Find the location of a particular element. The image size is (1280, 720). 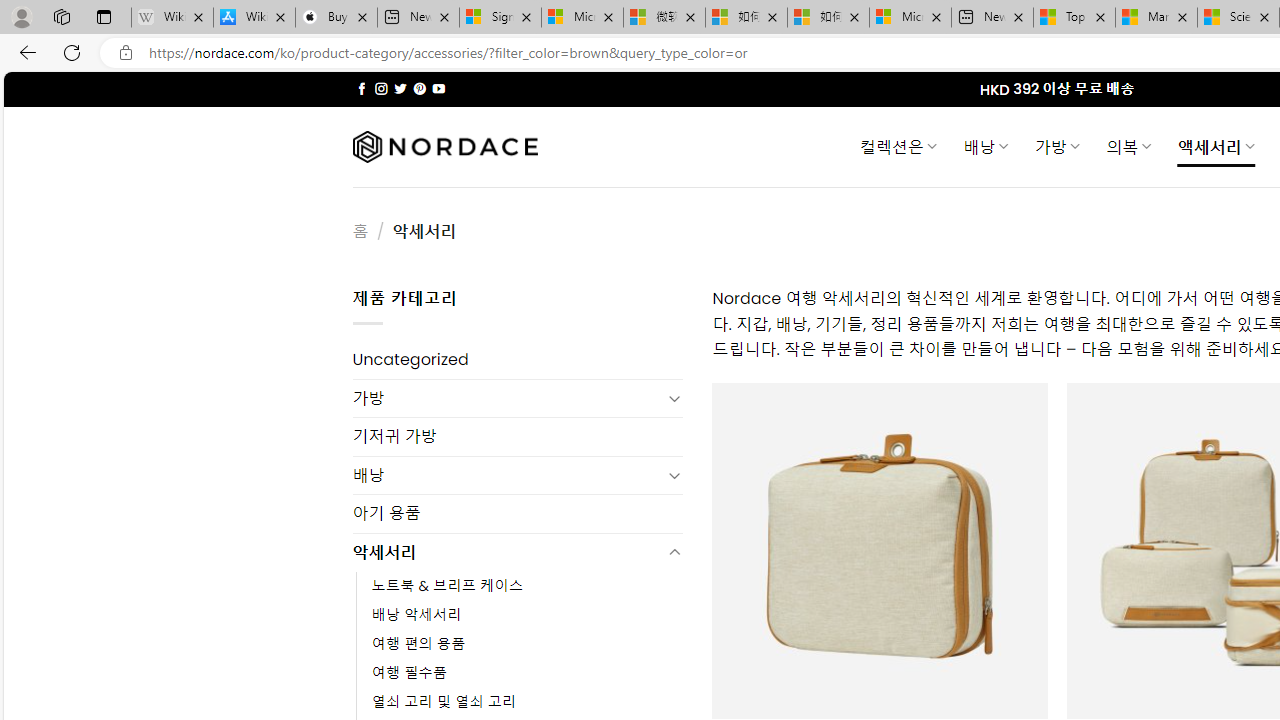

'Follow on Pinterest' is located at coordinates (418, 88).